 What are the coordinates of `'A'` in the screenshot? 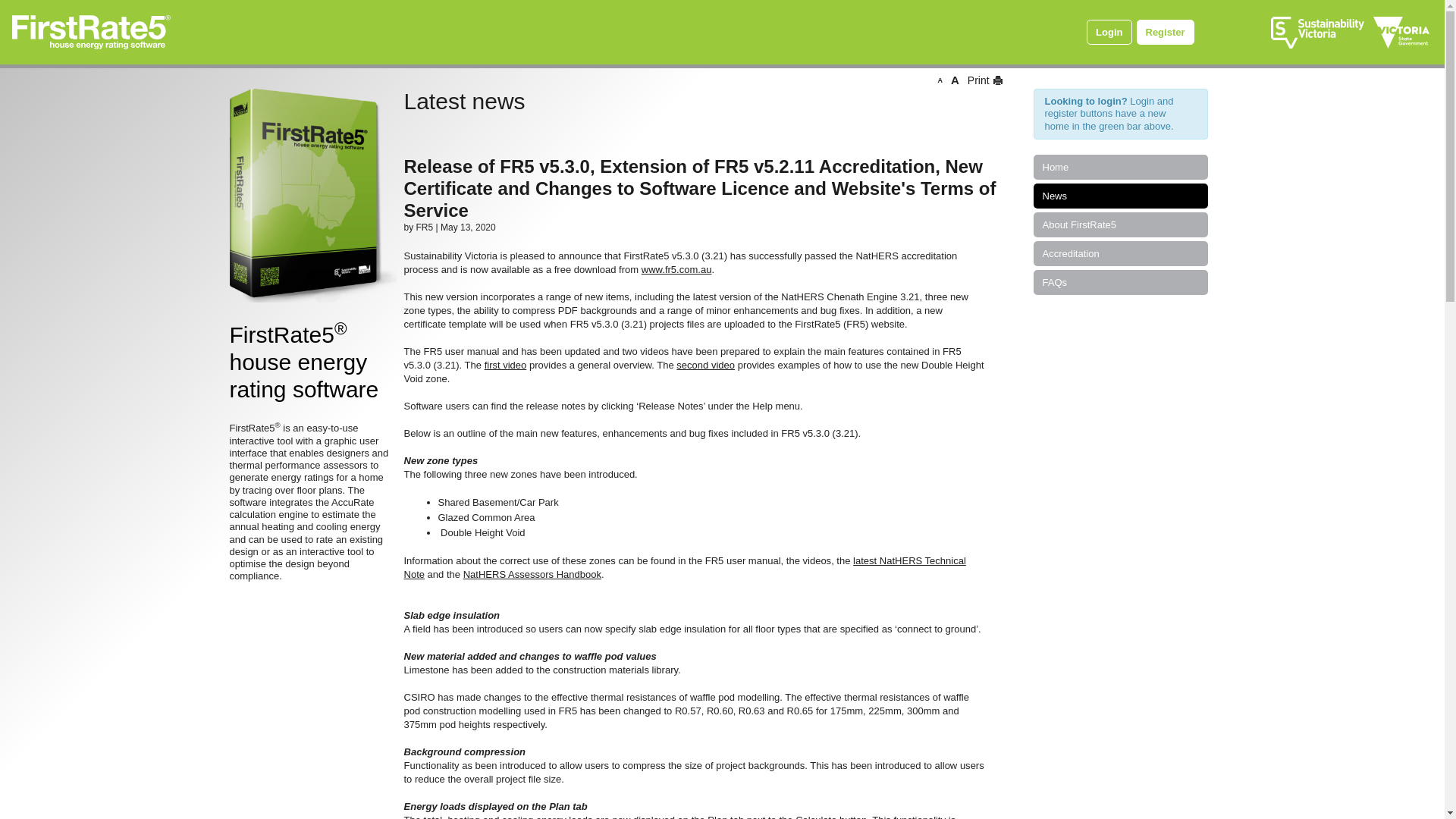 It's located at (939, 80).